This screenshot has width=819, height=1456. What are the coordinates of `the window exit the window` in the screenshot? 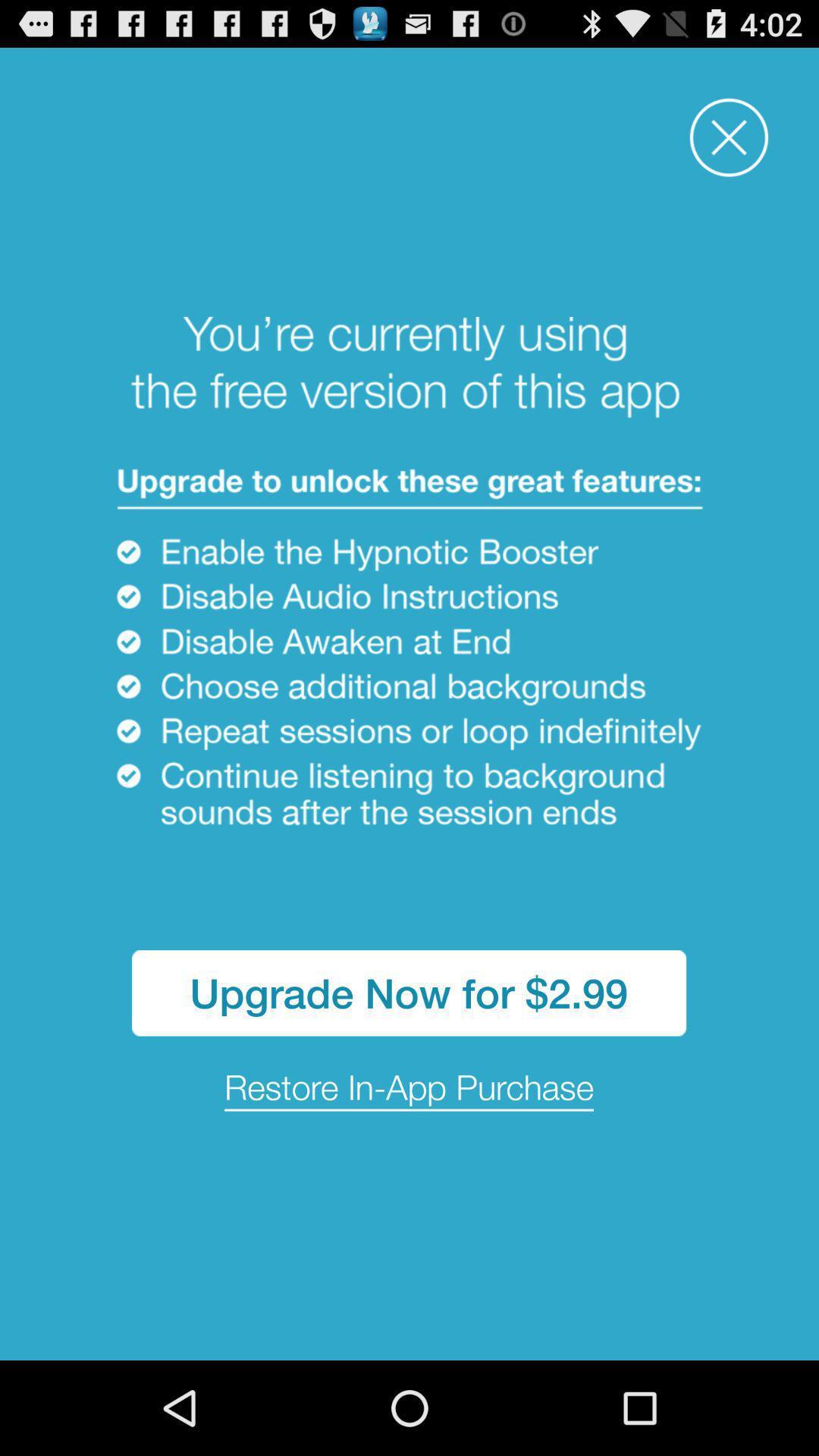 It's located at (728, 137).